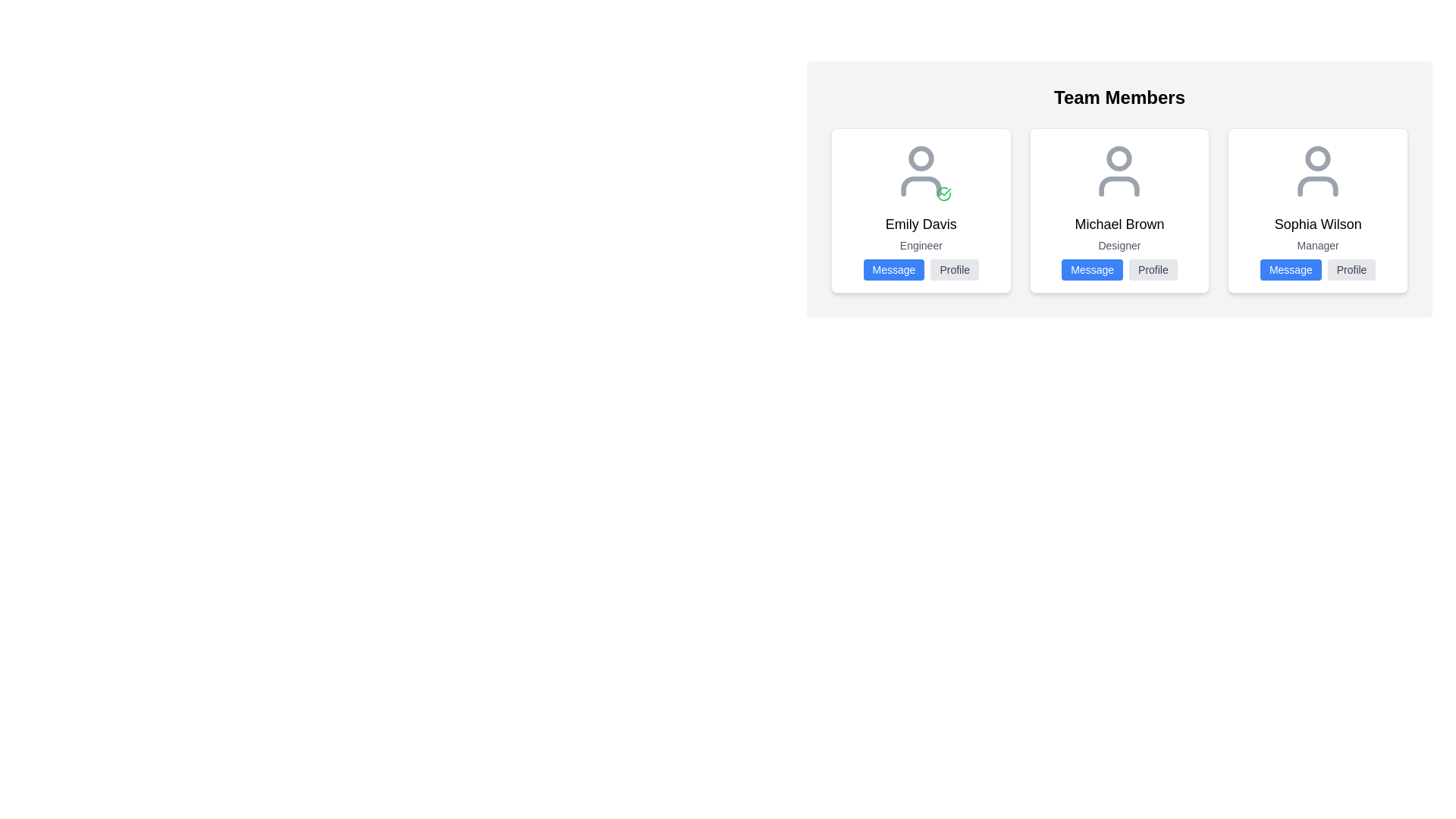  I want to click on the text label displaying 'Manager' located beneath 'Sophia Wilson' in the profile card layout, so click(1317, 245).